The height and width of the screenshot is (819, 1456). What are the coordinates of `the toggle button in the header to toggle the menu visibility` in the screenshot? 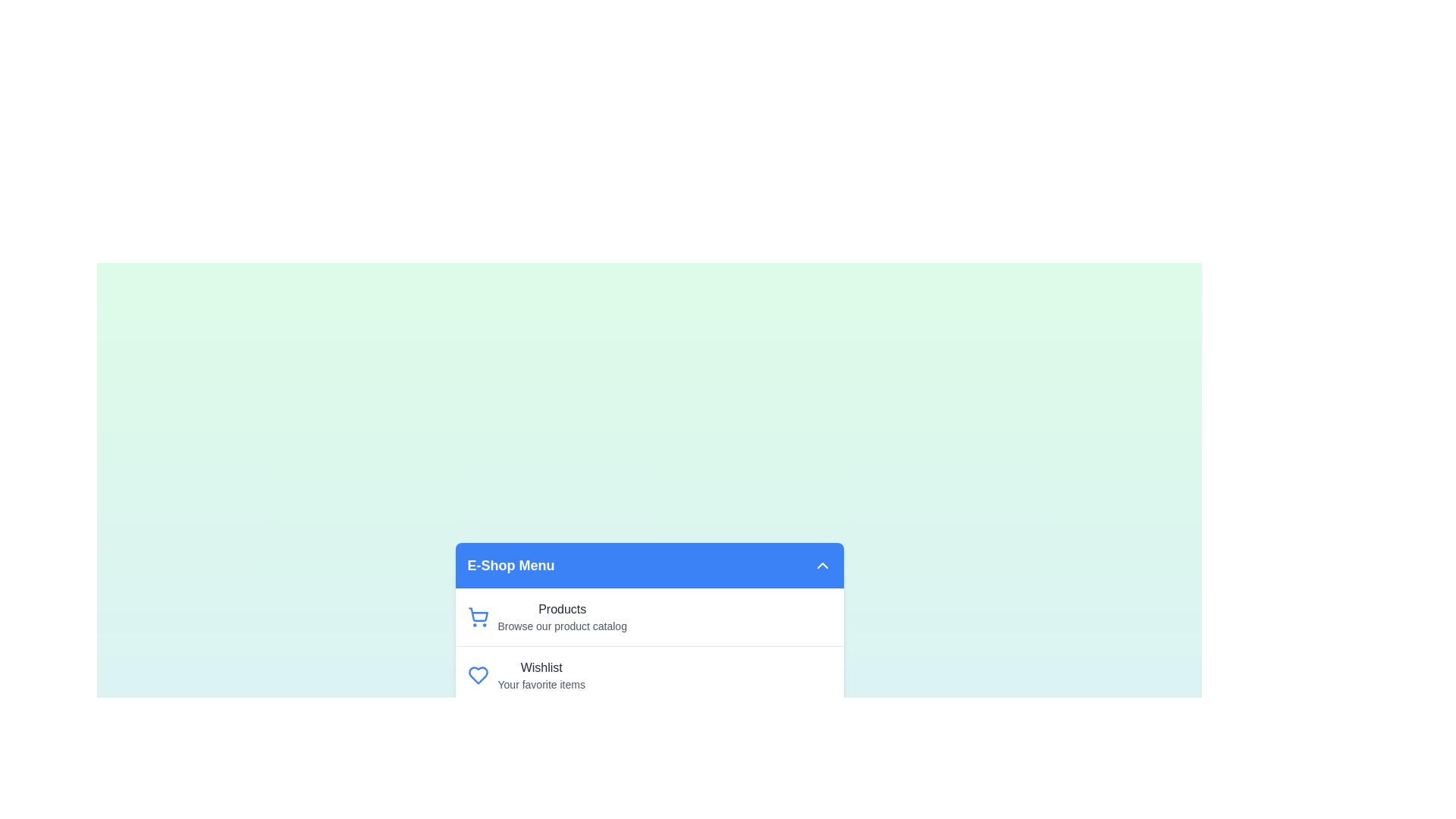 It's located at (821, 565).